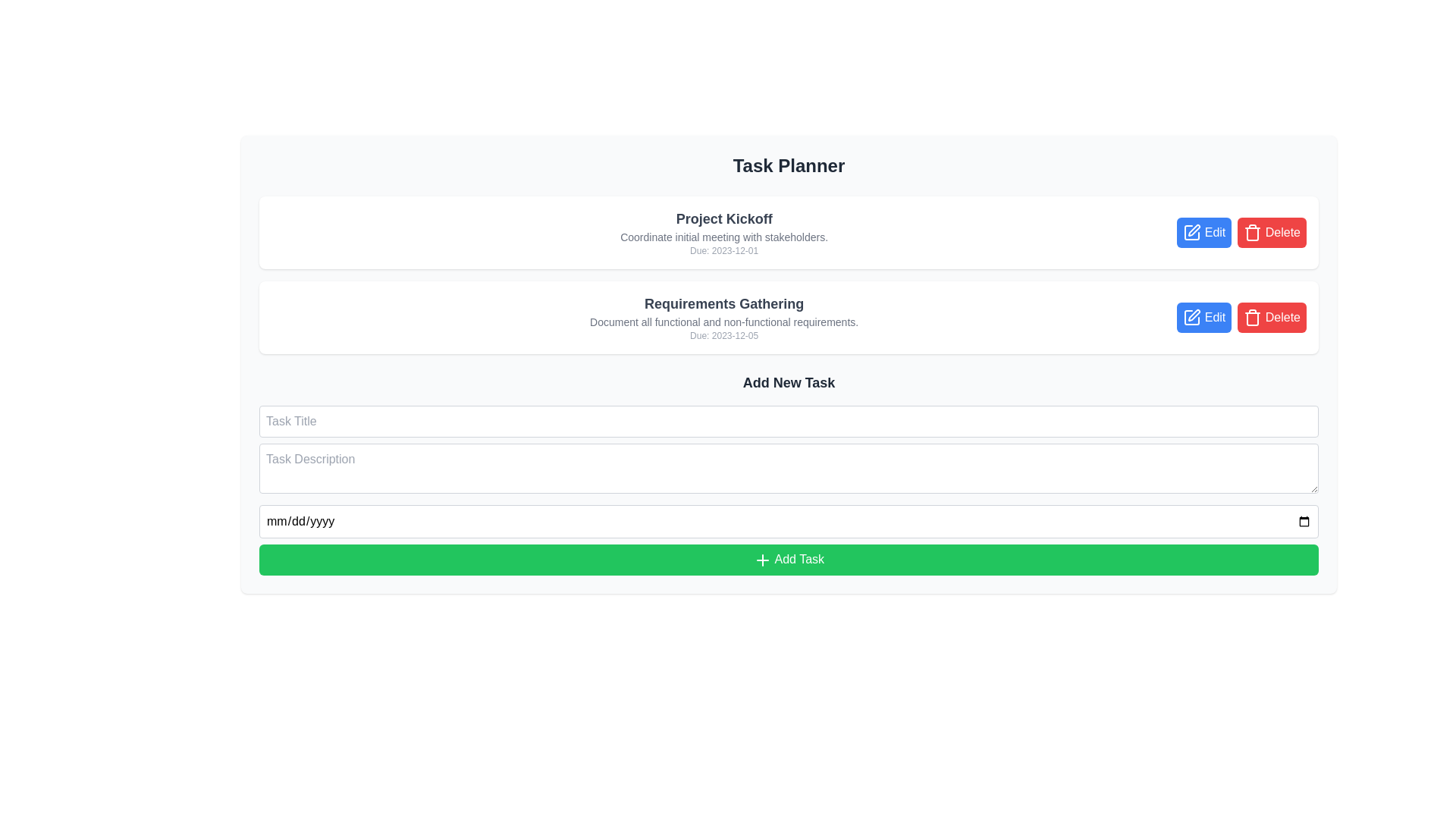  Describe the element at coordinates (1203, 317) in the screenshot. I see `the edit button located to the left of the red 'Delete' button in the second task row under the 'Requirements Gathering' header to initiate the edit functionality` at that location.